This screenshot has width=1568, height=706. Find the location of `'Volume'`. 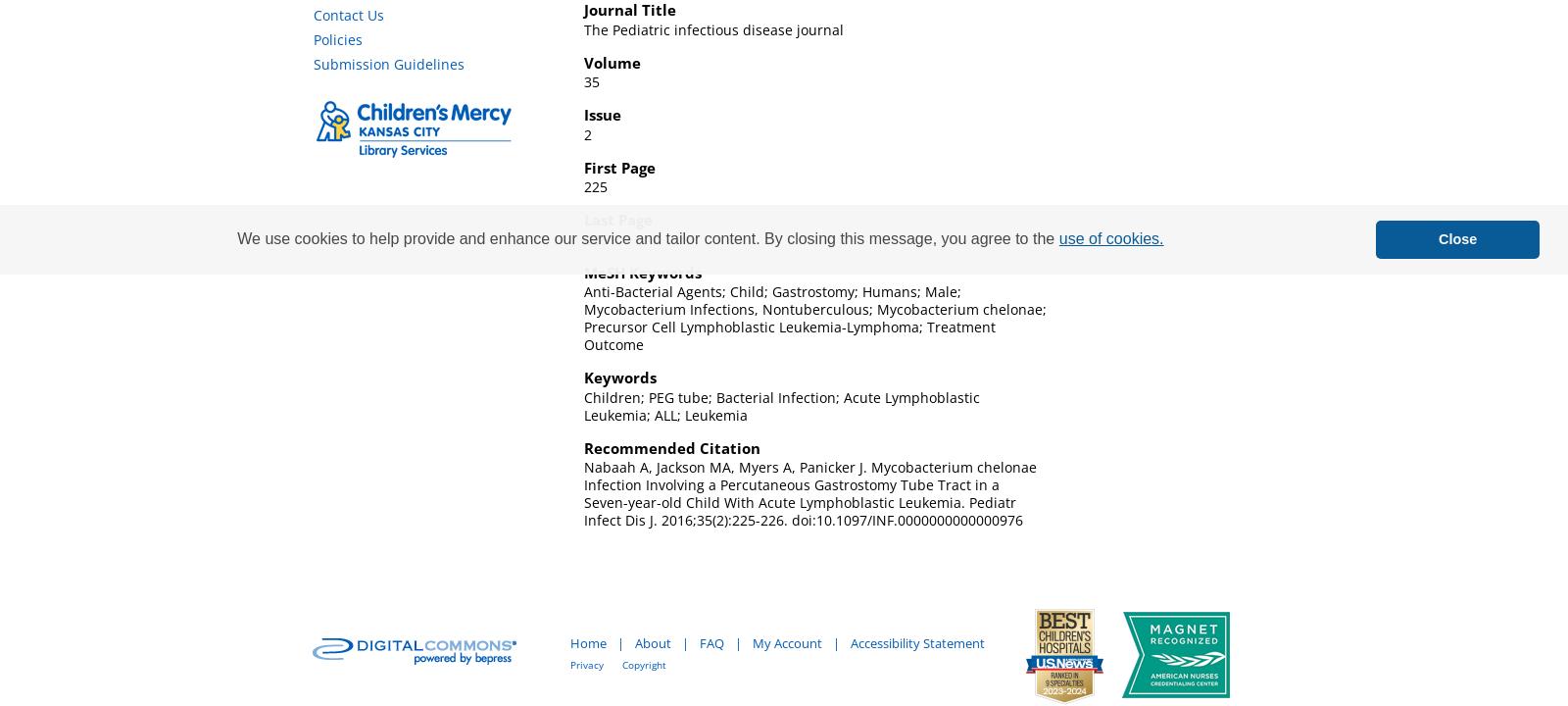

'Volume' is located at coordinates (612, 60).